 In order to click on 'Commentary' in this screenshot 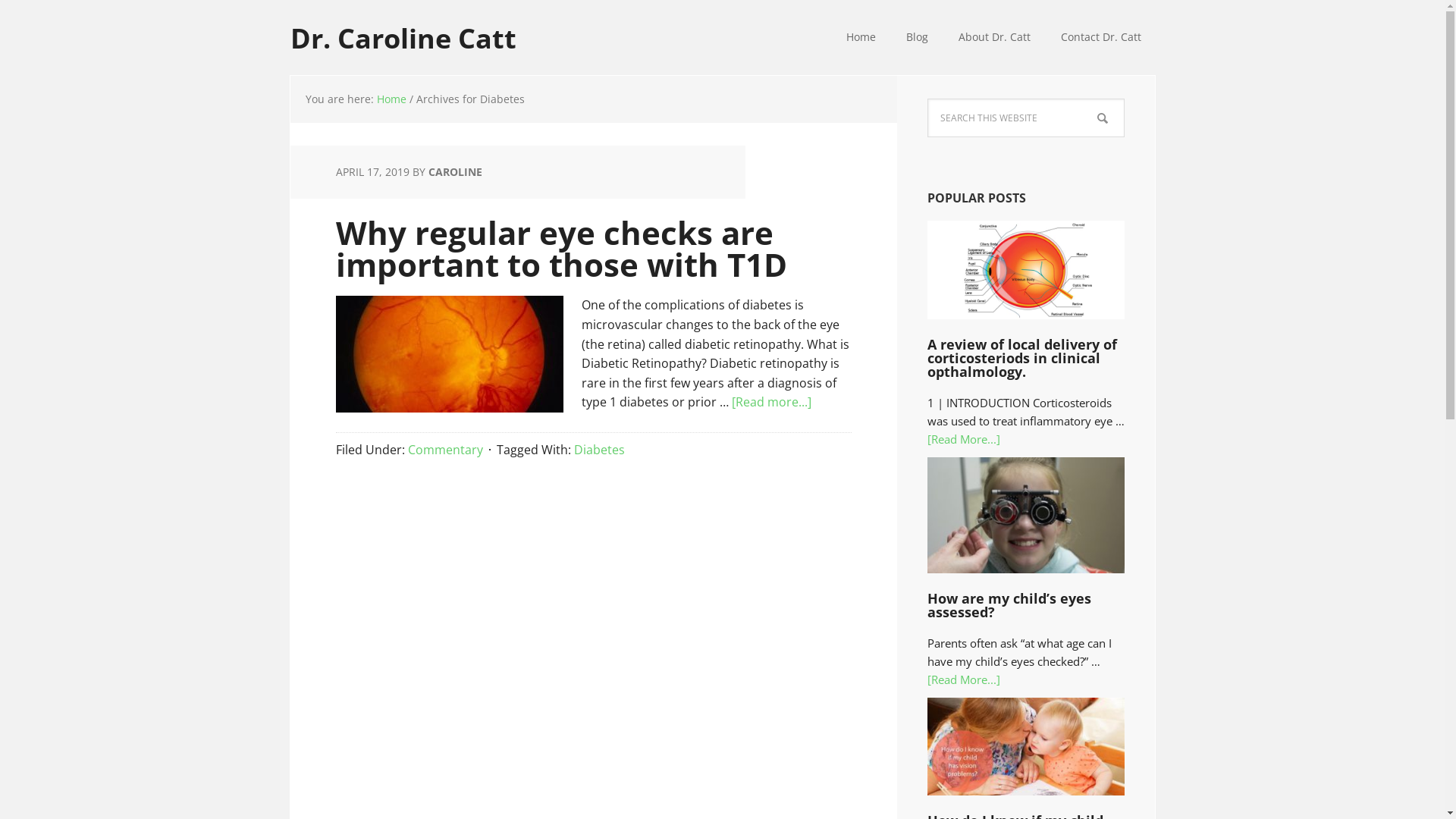, I will do `click(444, 449)`.